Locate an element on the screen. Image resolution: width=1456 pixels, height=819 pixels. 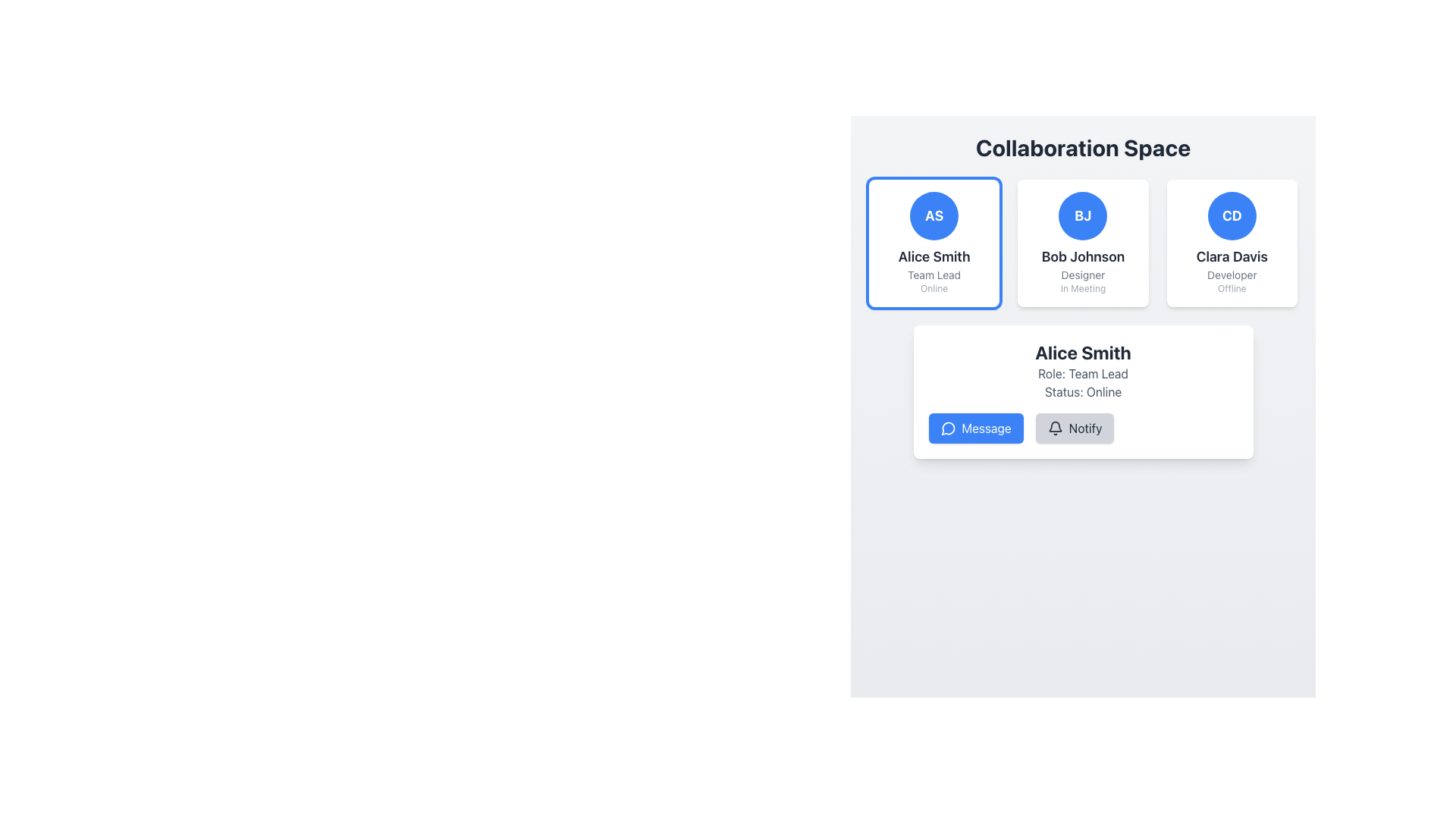
the 'In Meeting' text label located beneath the 'Designer' designation in Bob Johnson's profile card is located at coordinates (1082, 289).